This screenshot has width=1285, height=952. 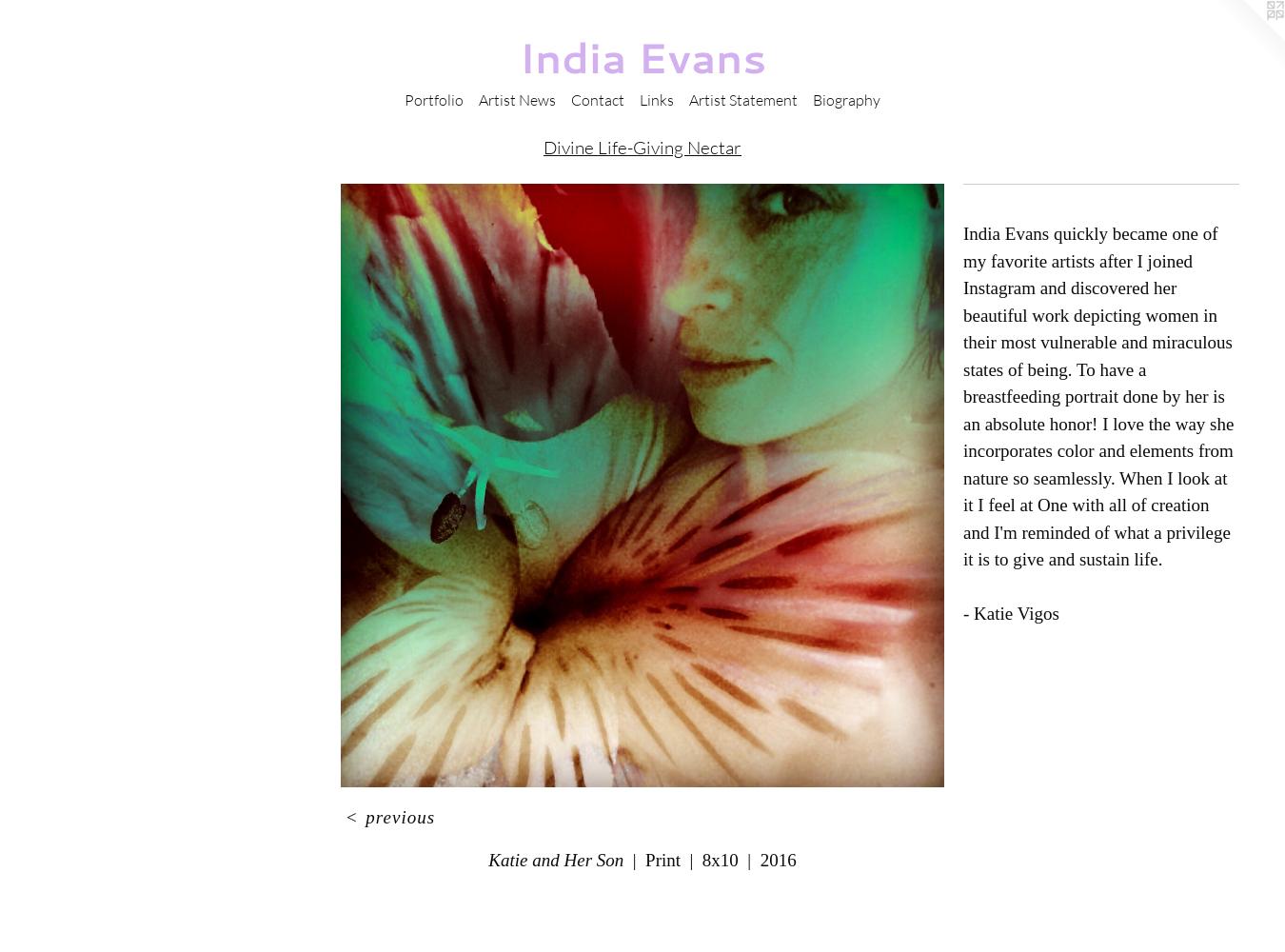 What do you see at coordinates (741, 99) in the screenshot?
I see `'Artist Statement'` at bounding box center [741, 99].